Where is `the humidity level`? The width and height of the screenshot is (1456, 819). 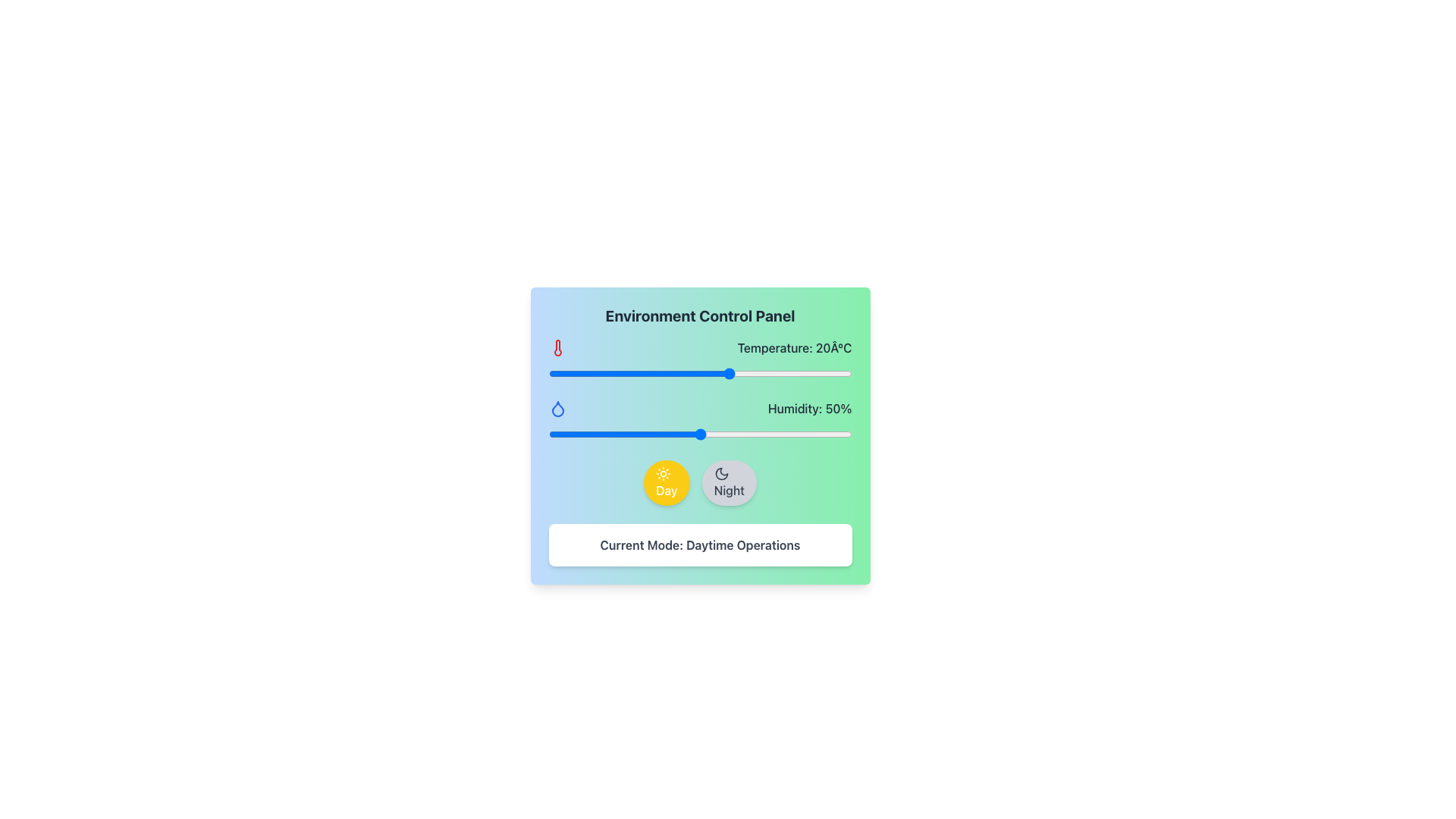 the humidity level is located at coordinates (796, 435).